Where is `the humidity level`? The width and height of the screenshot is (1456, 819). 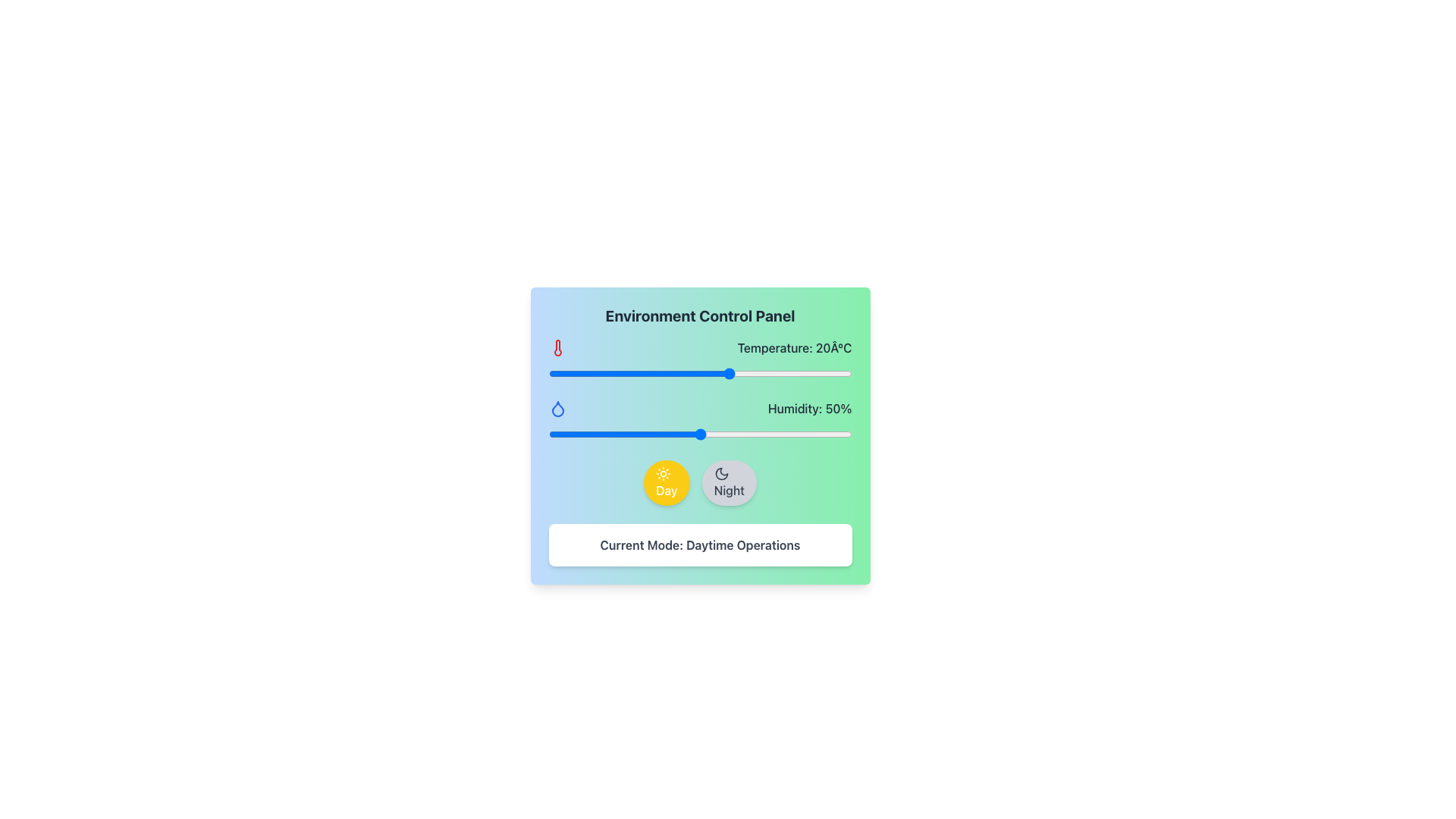 the humidity level is located at coordinates (796, 435).